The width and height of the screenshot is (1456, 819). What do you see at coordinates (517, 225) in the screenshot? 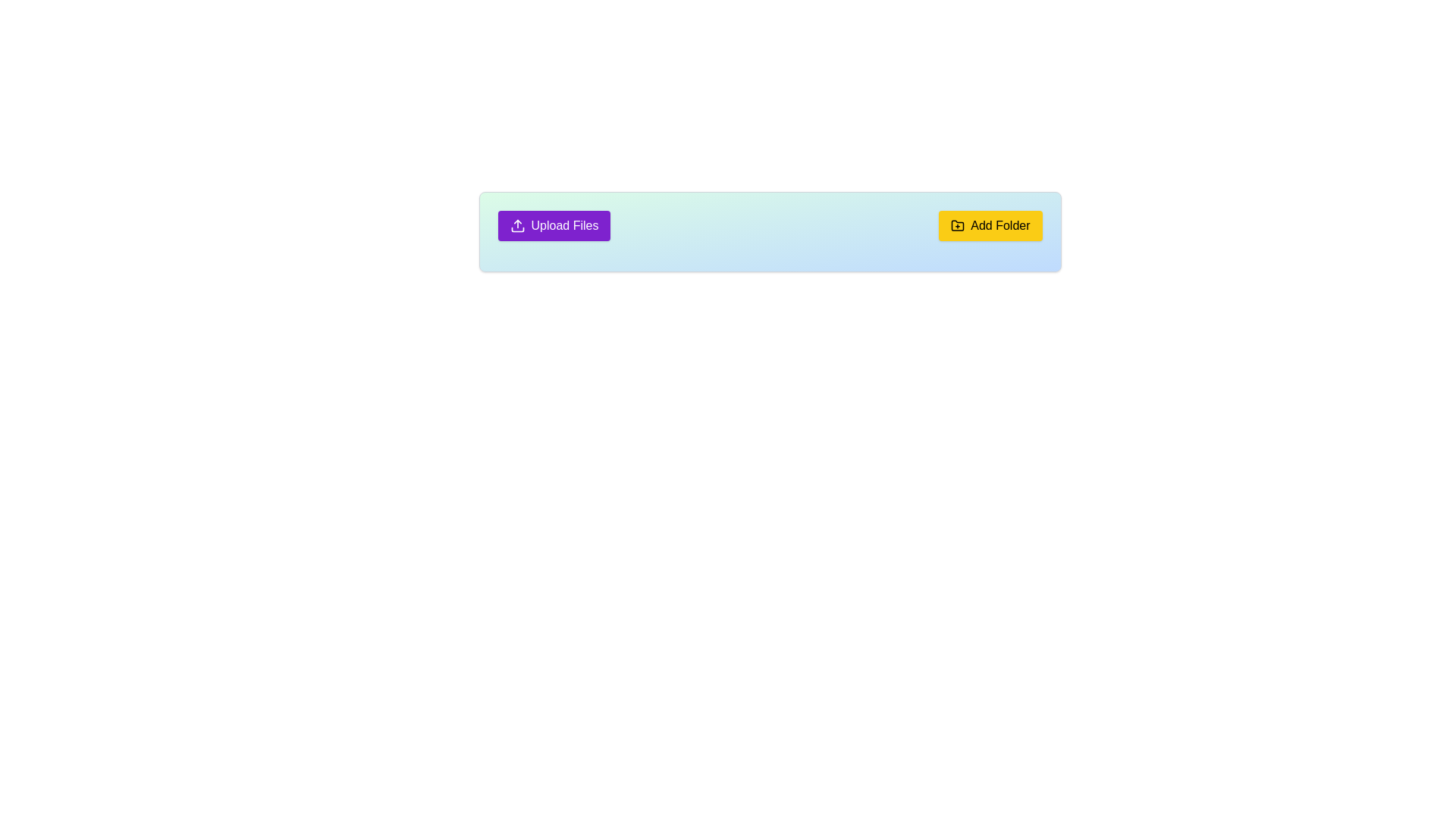
I see `the visual appearance of the SVG icon located inside the purple 'Upload Files' button, positioned on the left side adjacent to the text` at bounding box center [517, 225].